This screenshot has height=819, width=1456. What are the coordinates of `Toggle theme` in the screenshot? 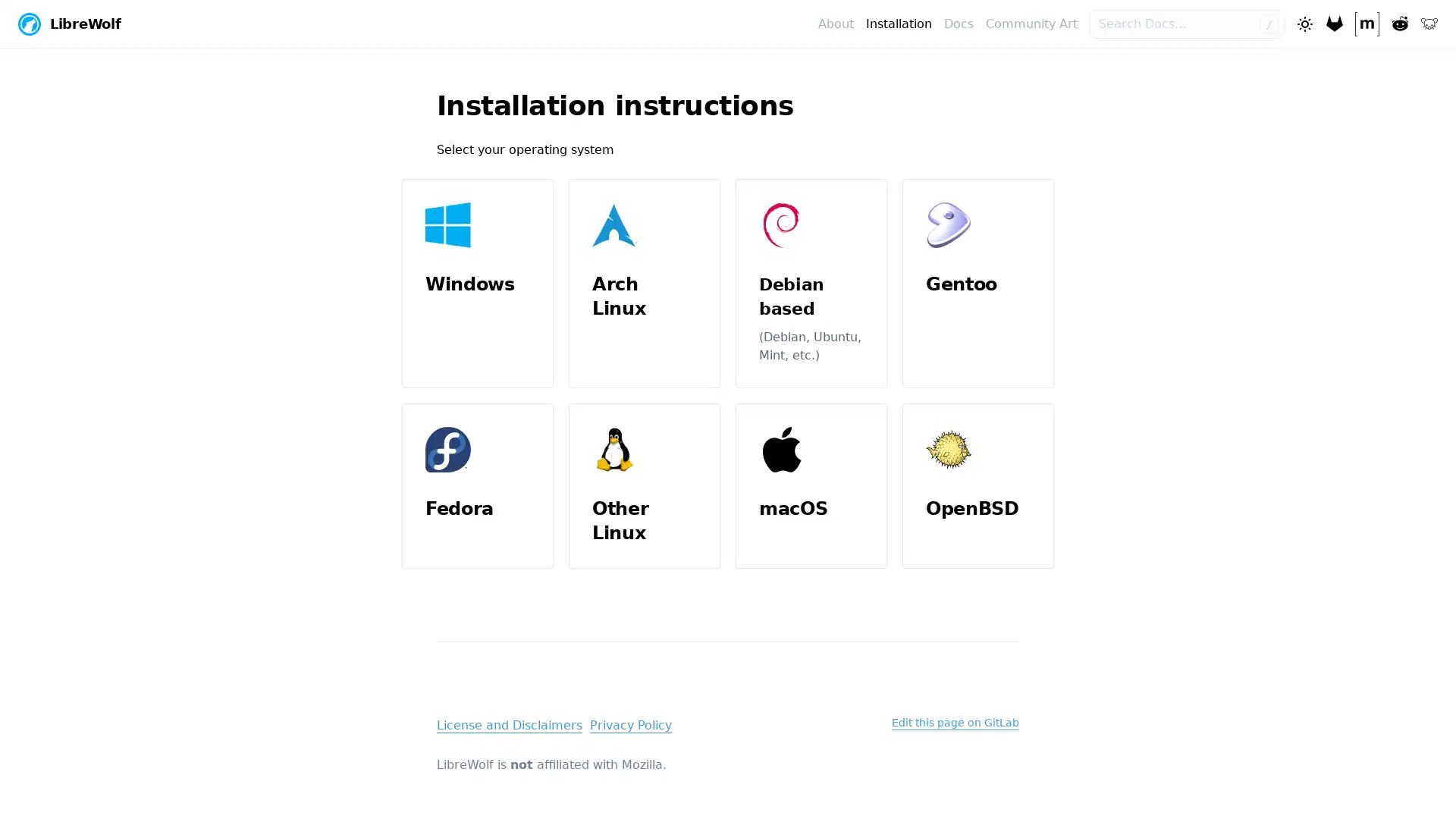 It's located at (1303, 23).